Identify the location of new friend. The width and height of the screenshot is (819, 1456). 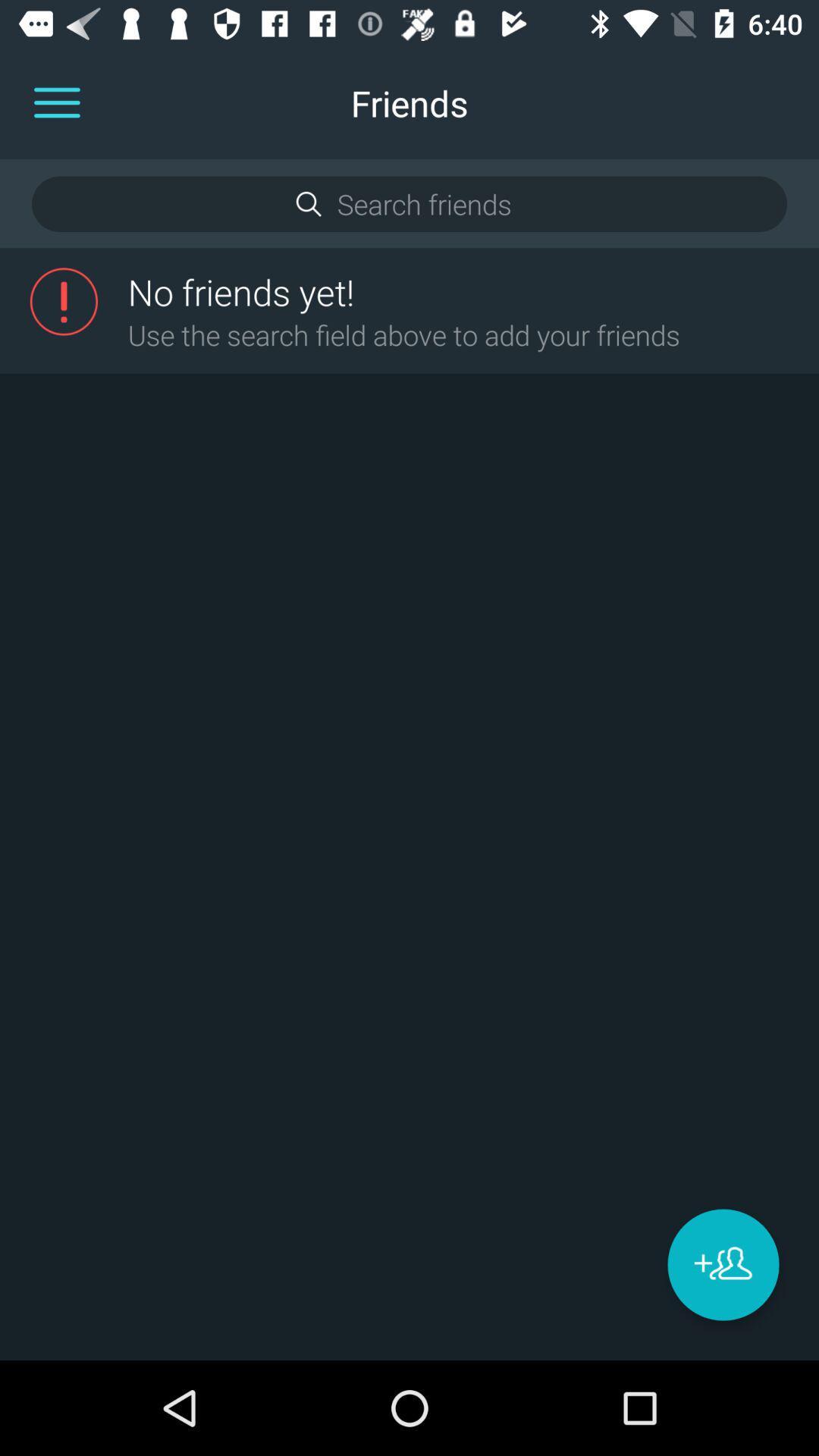
(722, 1264).